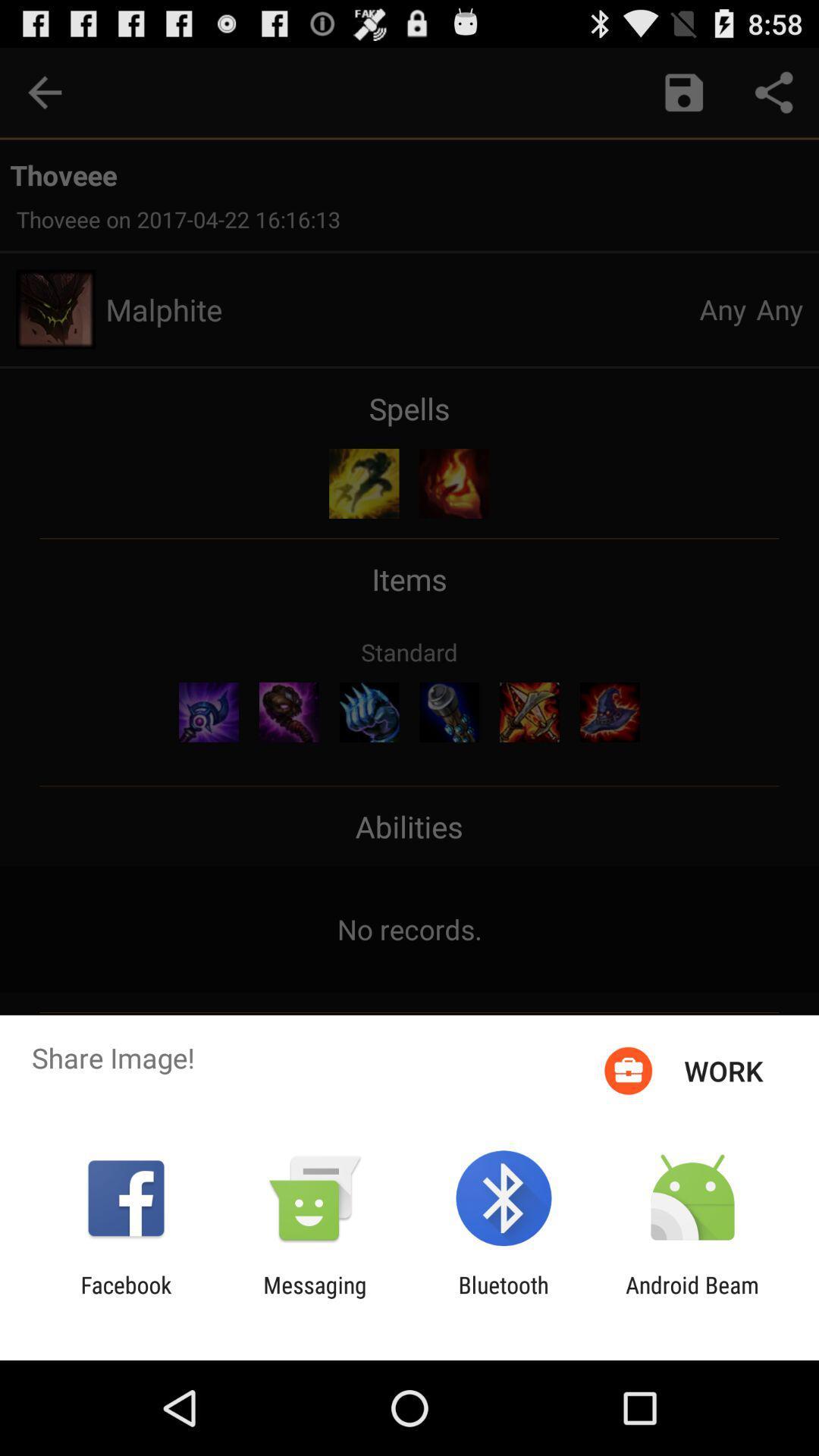 The height and width of the screenshot is (1456, 819). Describe the element at coordinates (125, 1298) in the screenshot. I see `item next to the messaging` at that location.